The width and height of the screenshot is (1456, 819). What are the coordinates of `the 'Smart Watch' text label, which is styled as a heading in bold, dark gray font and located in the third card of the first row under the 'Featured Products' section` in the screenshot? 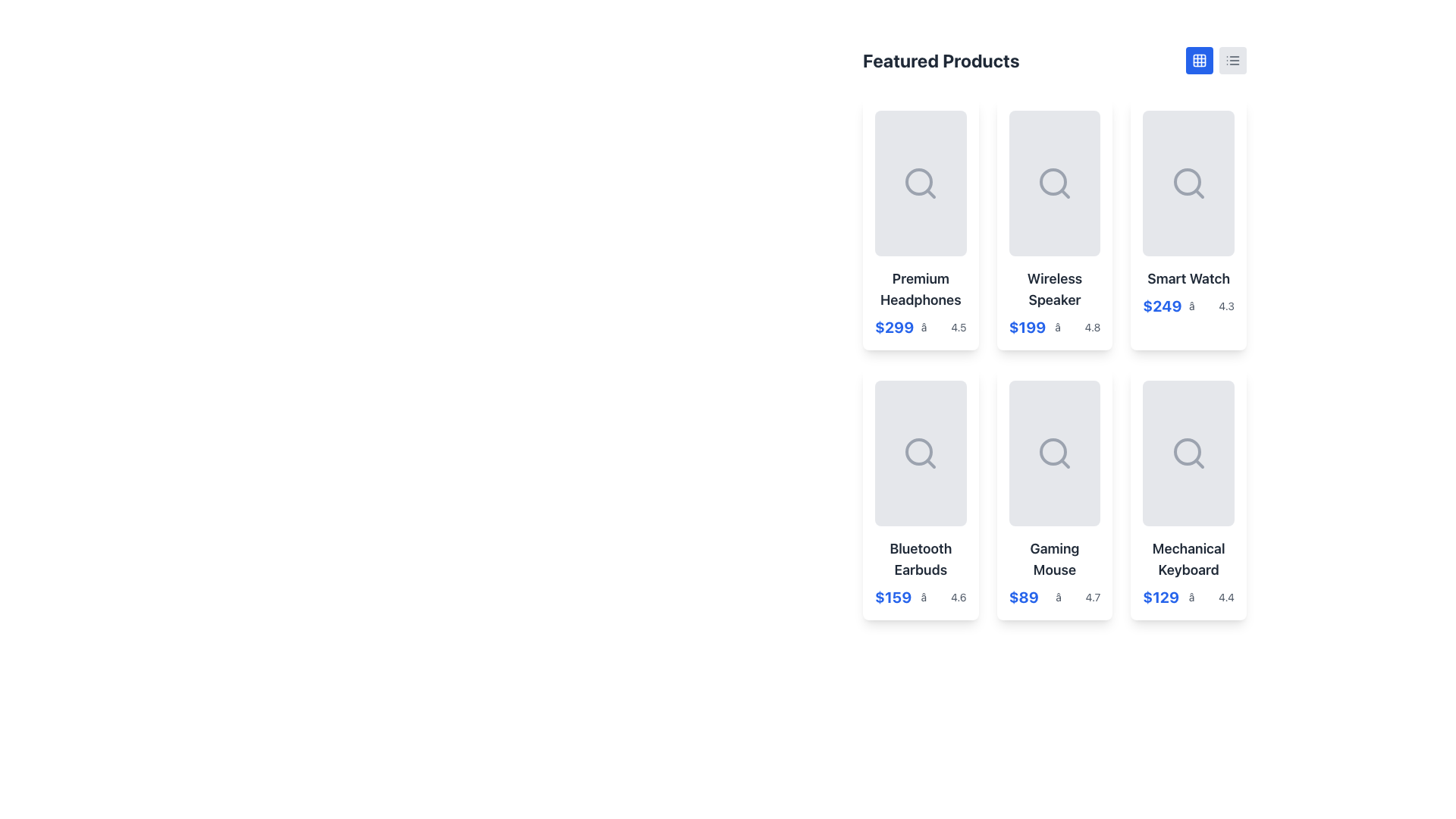 It's located at (1188, 278).